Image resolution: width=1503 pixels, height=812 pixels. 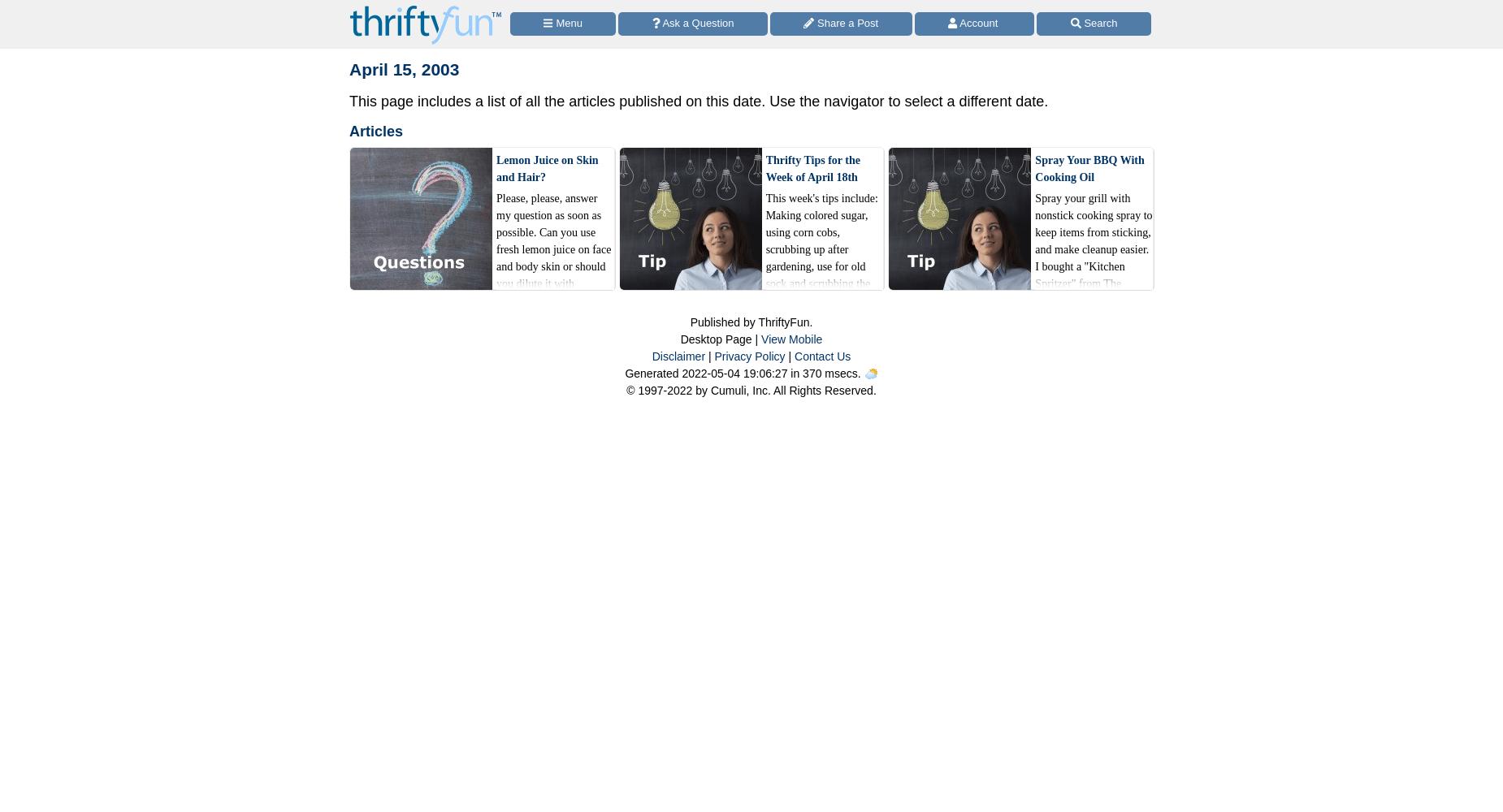 I want to click on 'Share a Post', so click(x=812, y=22).